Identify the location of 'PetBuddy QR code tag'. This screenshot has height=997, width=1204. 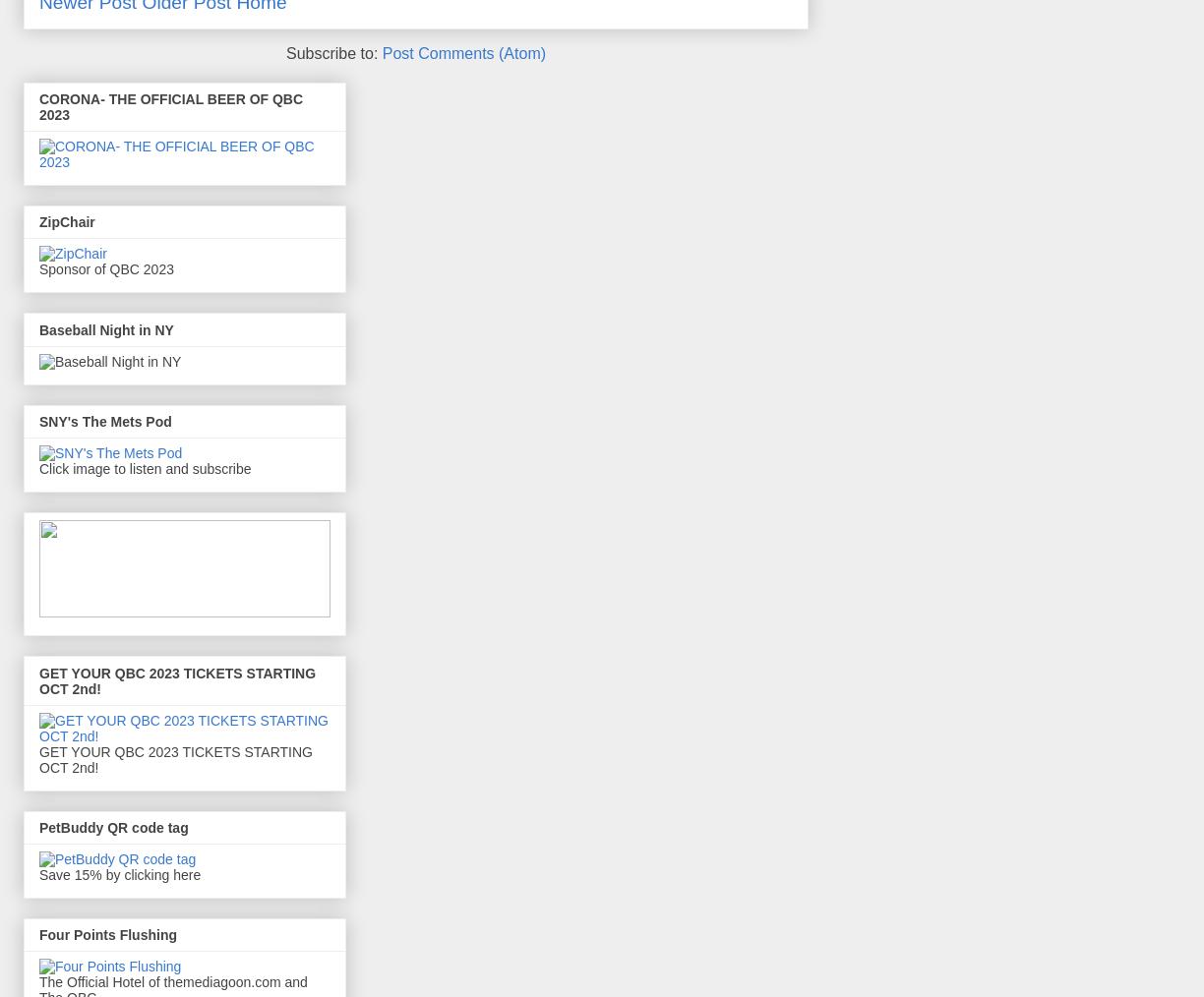
(112, 827).